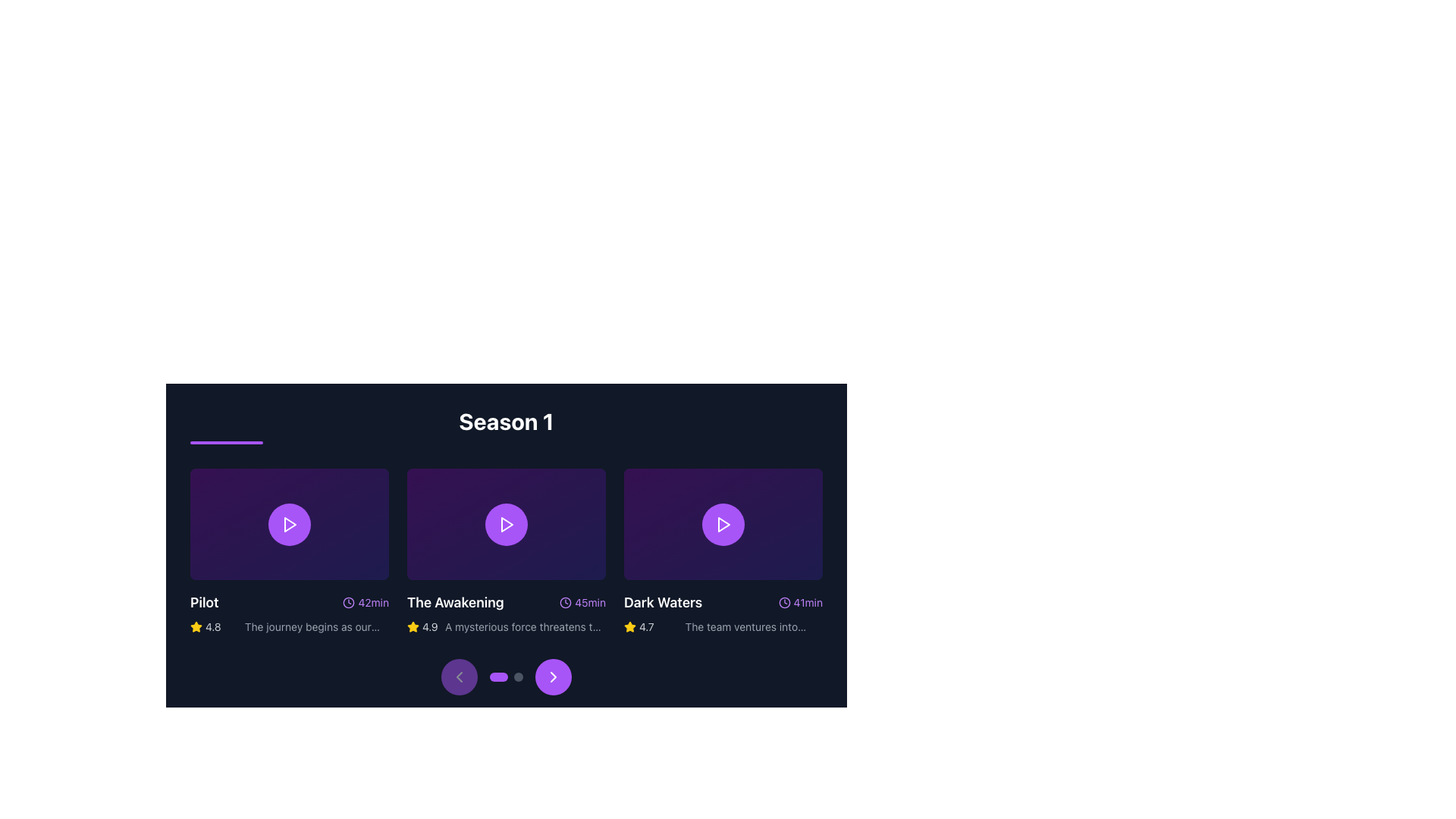 This screenshot has height=819, width=1456. What do you see at coordinates (290, 522) in the screenshot?
I see `the centrally positioned play button within the list of content item cards` at bounding box center [290, 522].